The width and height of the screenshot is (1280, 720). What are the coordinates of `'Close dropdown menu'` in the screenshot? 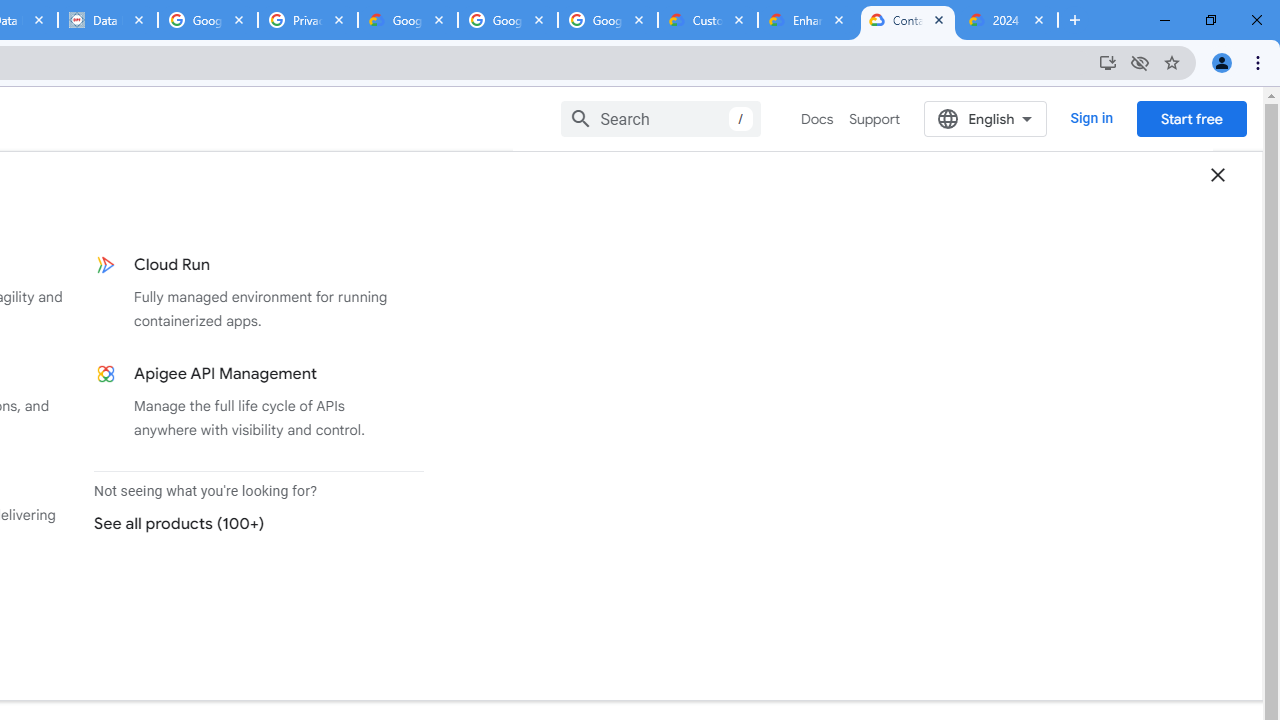 It's located at (1216, 173).